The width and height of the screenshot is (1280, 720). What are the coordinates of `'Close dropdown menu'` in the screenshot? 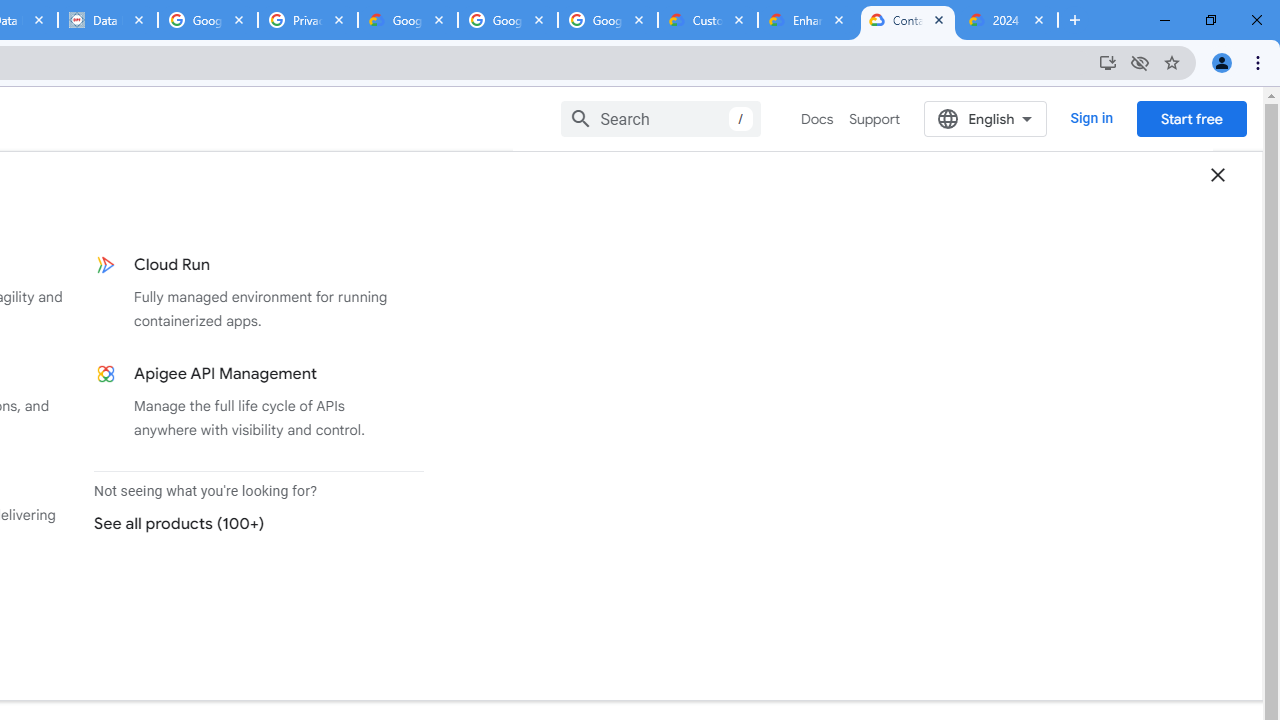 It's located at (1216, 173).